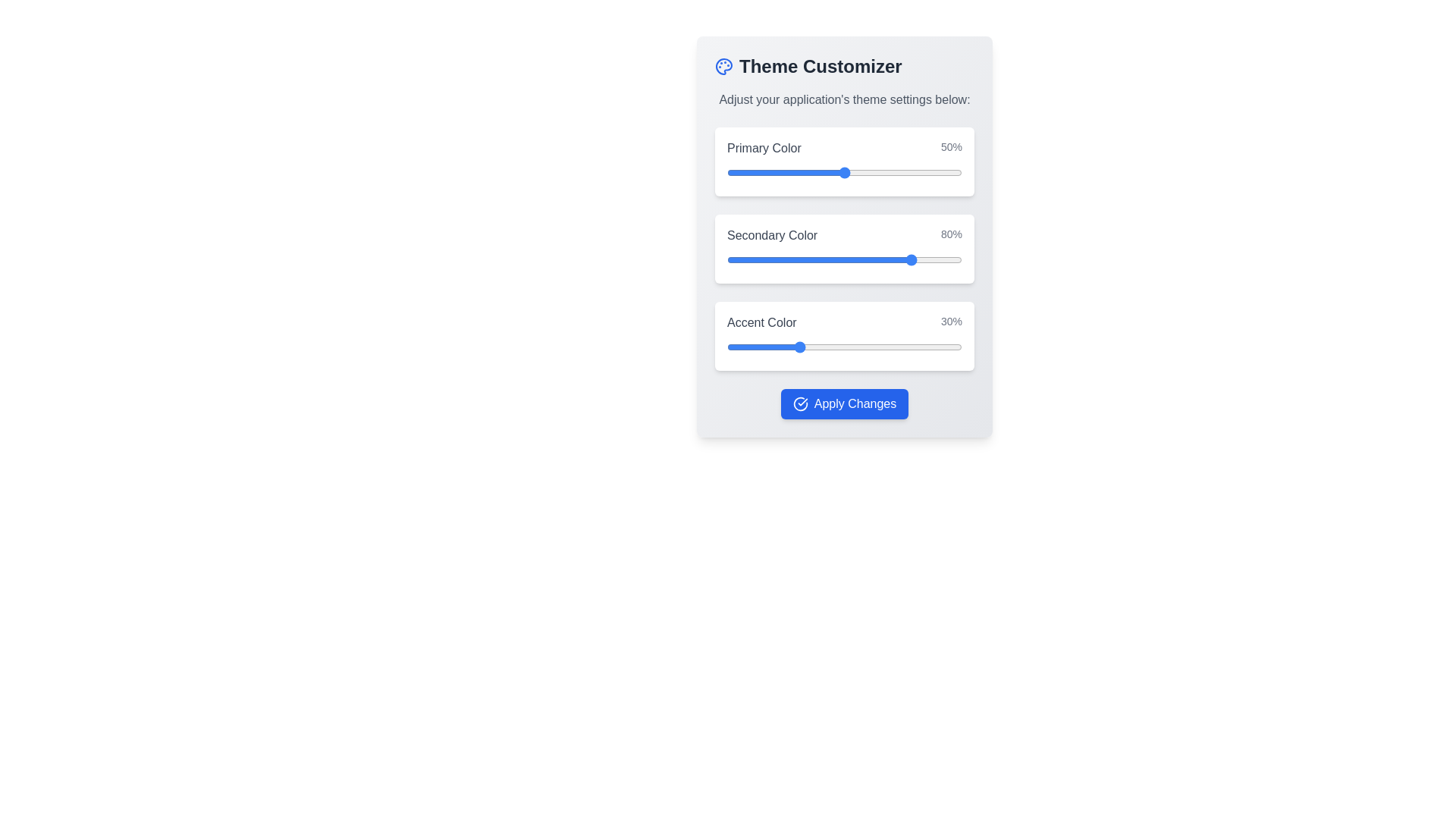  What do you see at coordinates (808, 66) in the screenshot?
I see `displayed title of the Text header that shows the phrase 'Theme Customizer', which is large, bold, and gray, located at the top of the interface panel` at bounding box center [808, 66].